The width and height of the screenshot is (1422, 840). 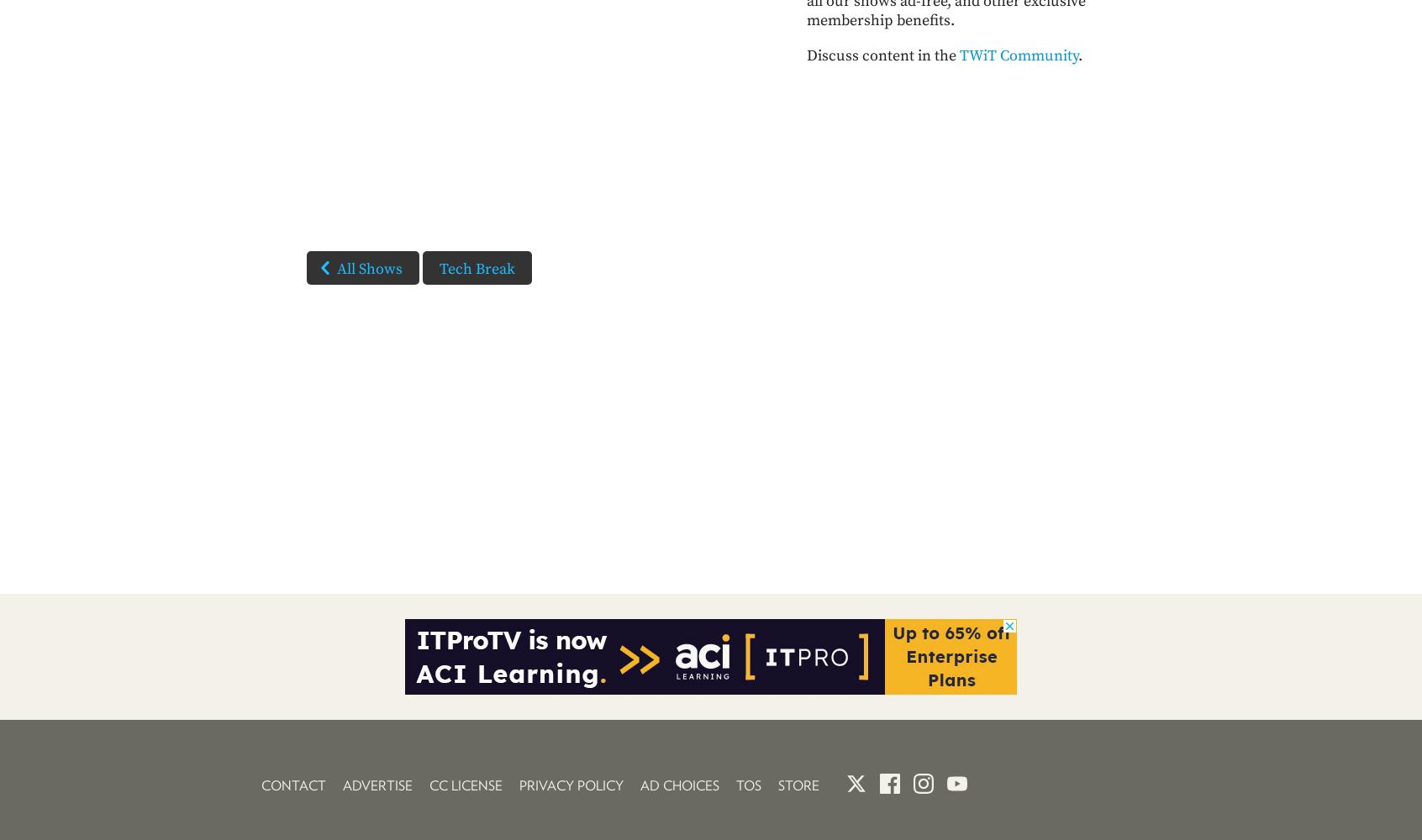 What do you see at coordinates (748, 785) in the screenshot?
I see `'TOS'` at bounding box center [748, 785].